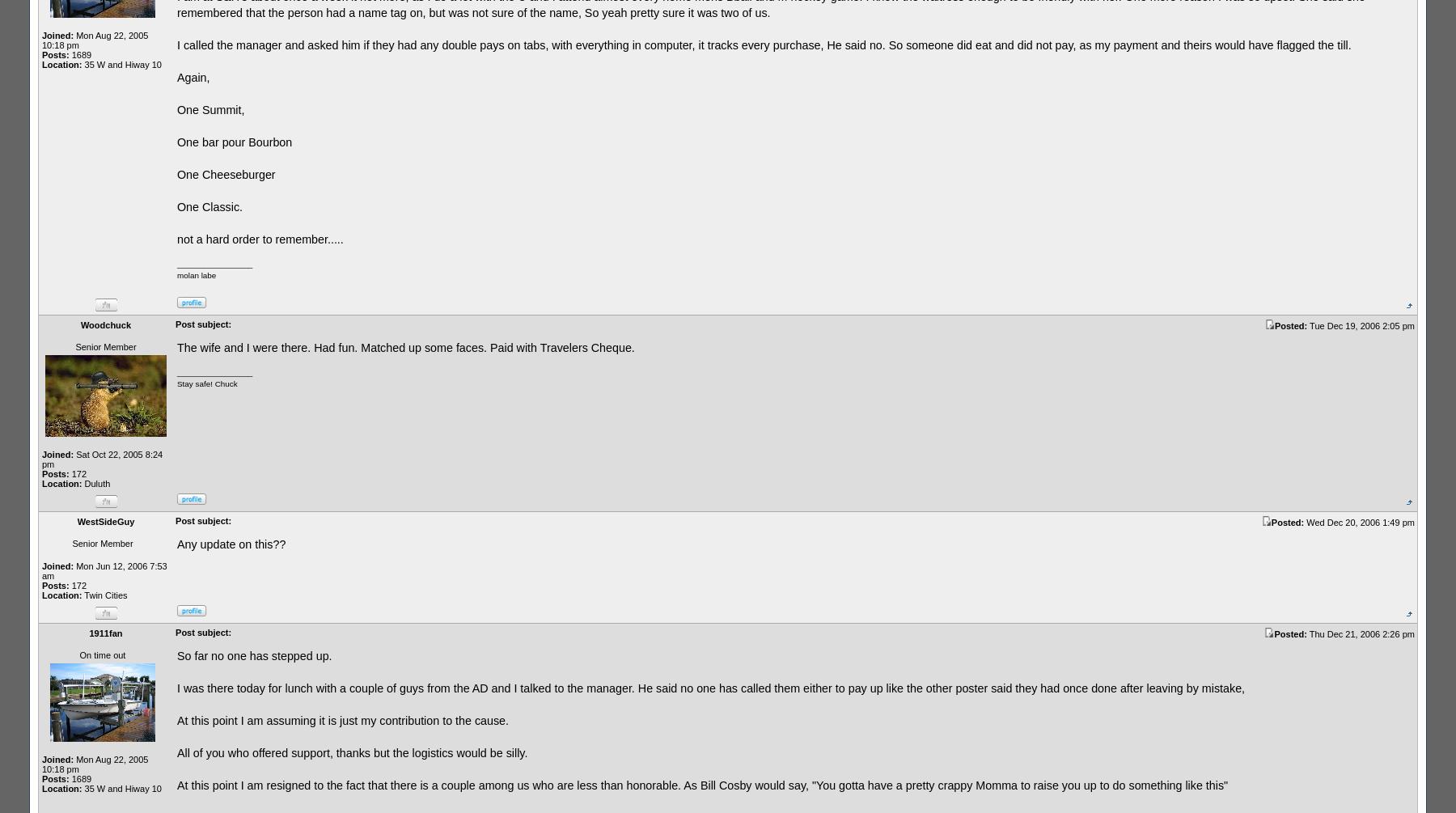  Describe the element at coordinates (196, 274) in the screenshot. I see `'molan labe'` at that location.